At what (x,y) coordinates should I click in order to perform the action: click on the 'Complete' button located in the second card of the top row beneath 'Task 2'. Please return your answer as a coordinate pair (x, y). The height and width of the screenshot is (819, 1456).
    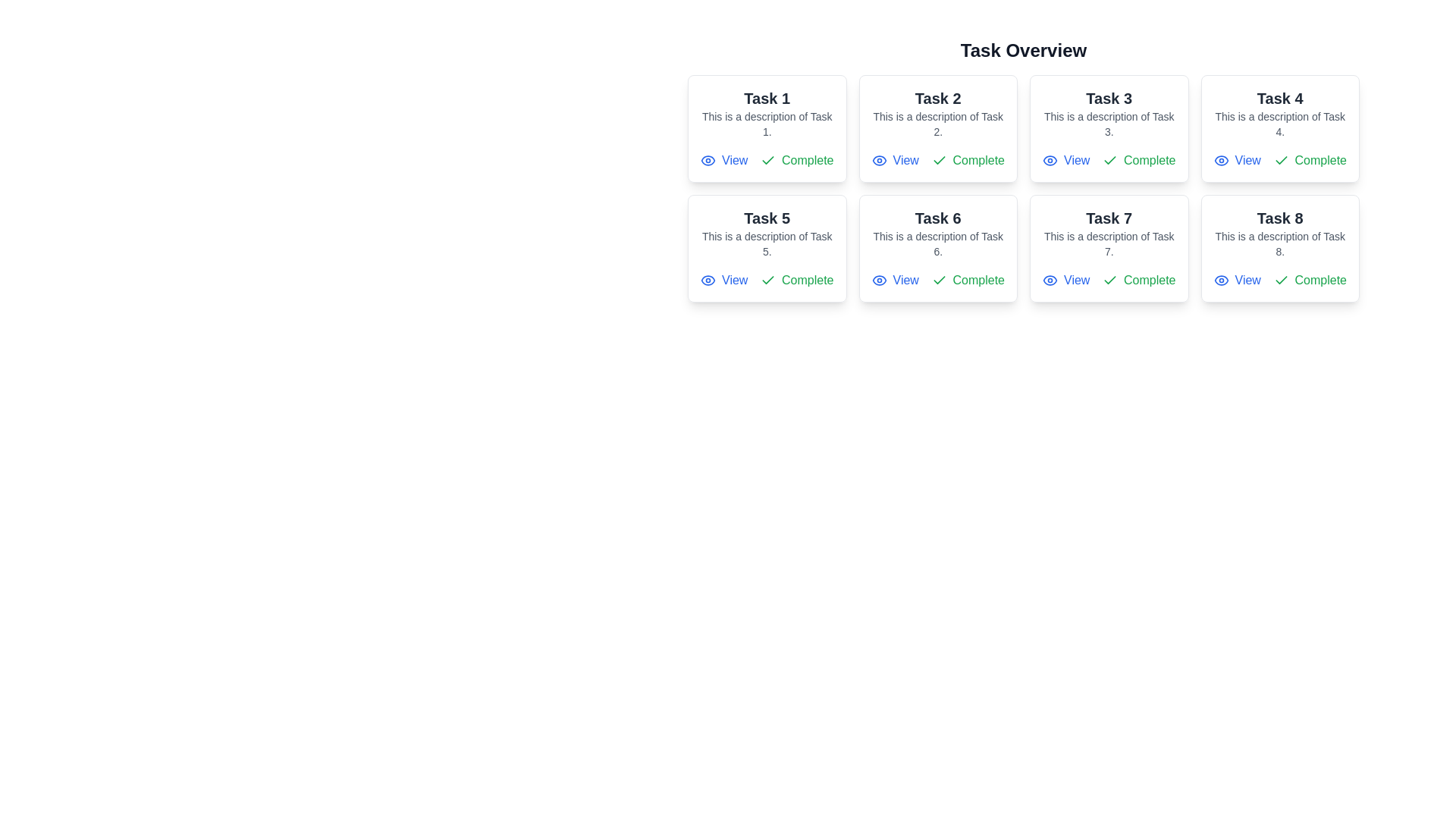
    Looking at the image, I should click on (967, 161).